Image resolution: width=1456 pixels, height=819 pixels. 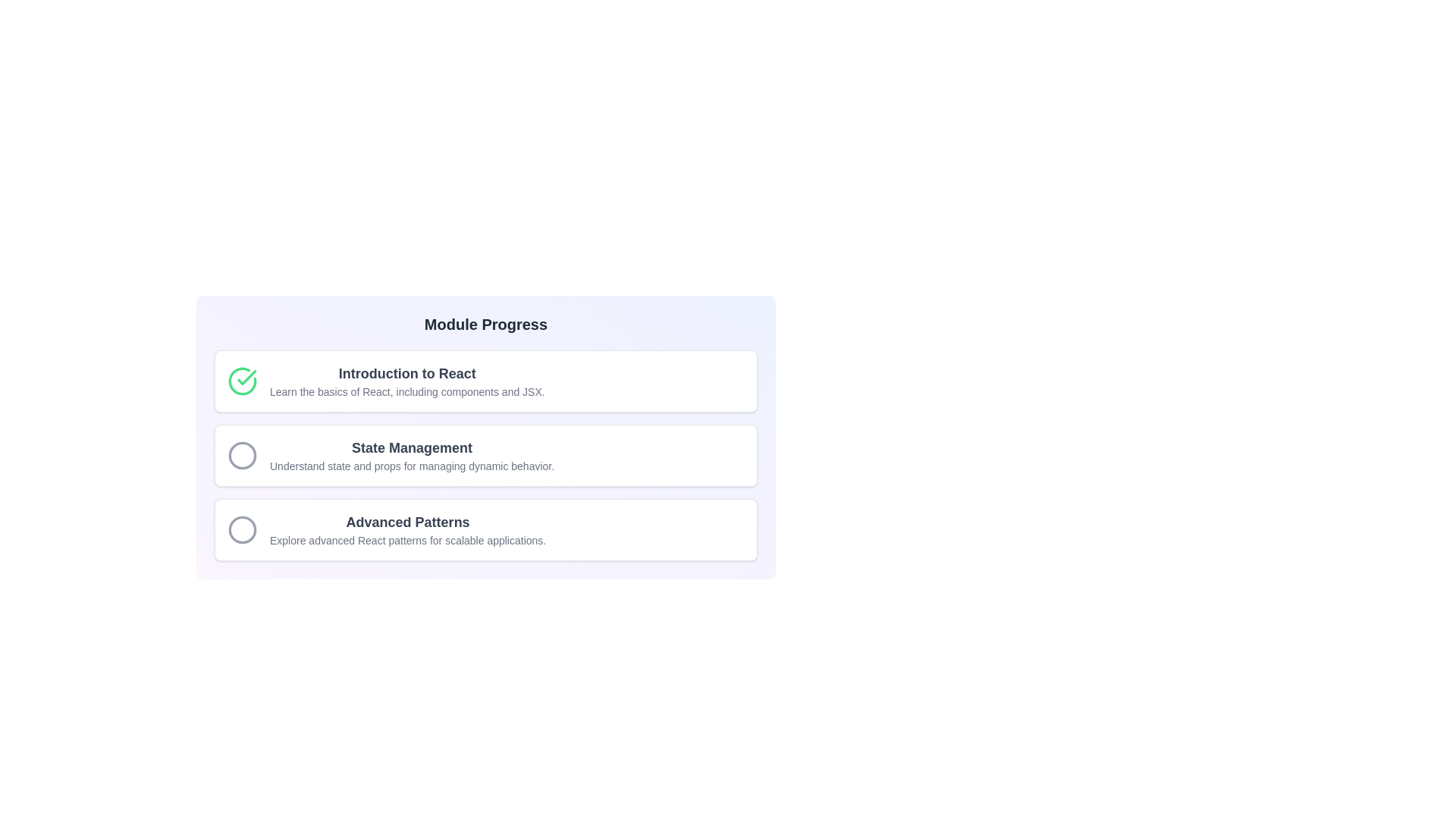 I want to click on the circular, green check icon indicating completion for the 'Introduction to React' module located at the left end of the first row of course progress items, so click(x=243, y=380).